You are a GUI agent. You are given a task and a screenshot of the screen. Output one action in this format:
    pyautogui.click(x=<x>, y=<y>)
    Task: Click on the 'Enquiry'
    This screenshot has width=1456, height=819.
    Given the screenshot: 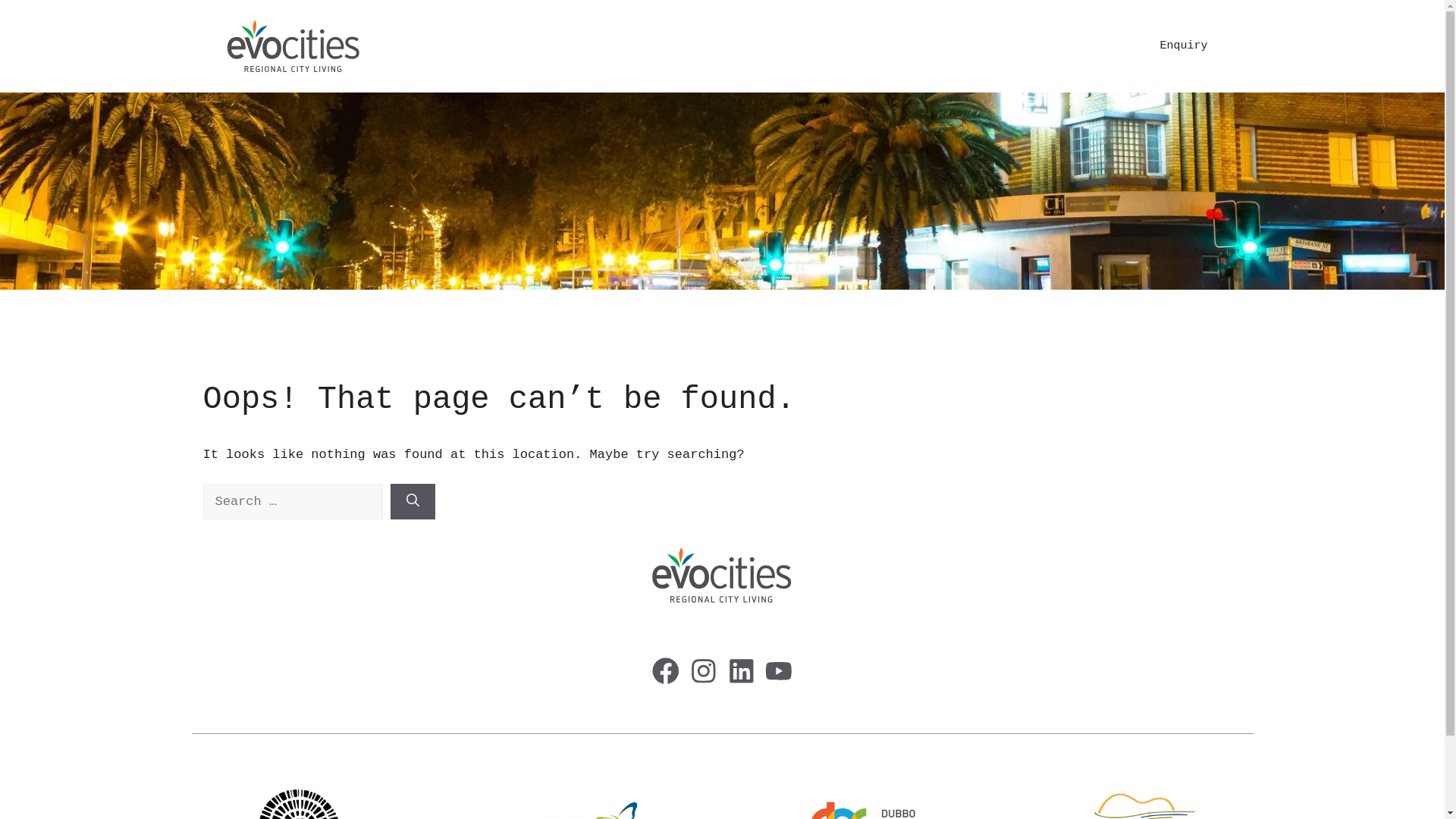 What is the action you would take?
    pyautogui.click(x=1182, y=45)
    